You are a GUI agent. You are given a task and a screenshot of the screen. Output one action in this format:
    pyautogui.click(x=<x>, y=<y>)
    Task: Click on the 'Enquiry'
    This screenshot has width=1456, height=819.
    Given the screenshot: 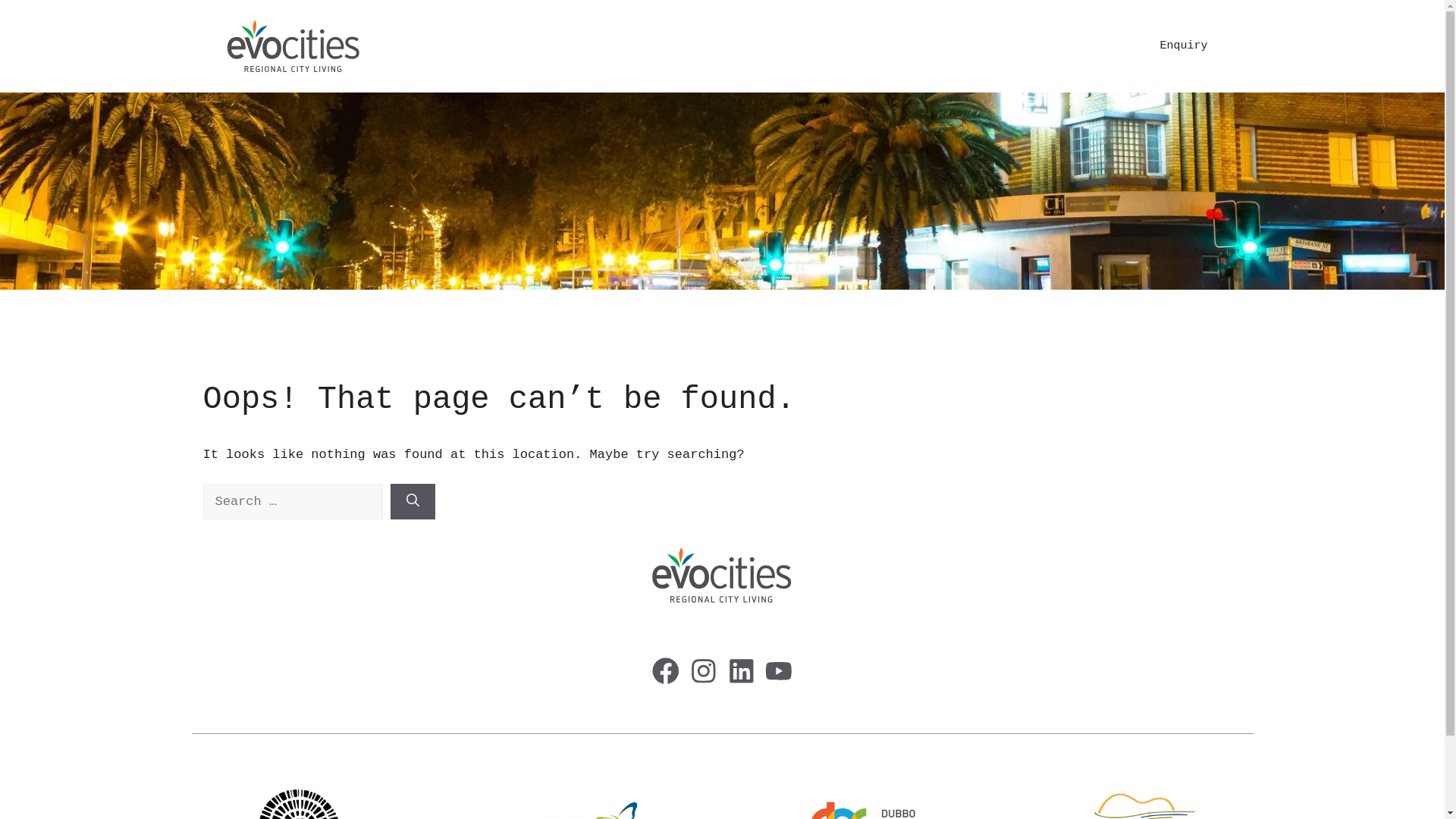 What is the action you would take?
    pyautogui.click(x=1182, y=45)
    